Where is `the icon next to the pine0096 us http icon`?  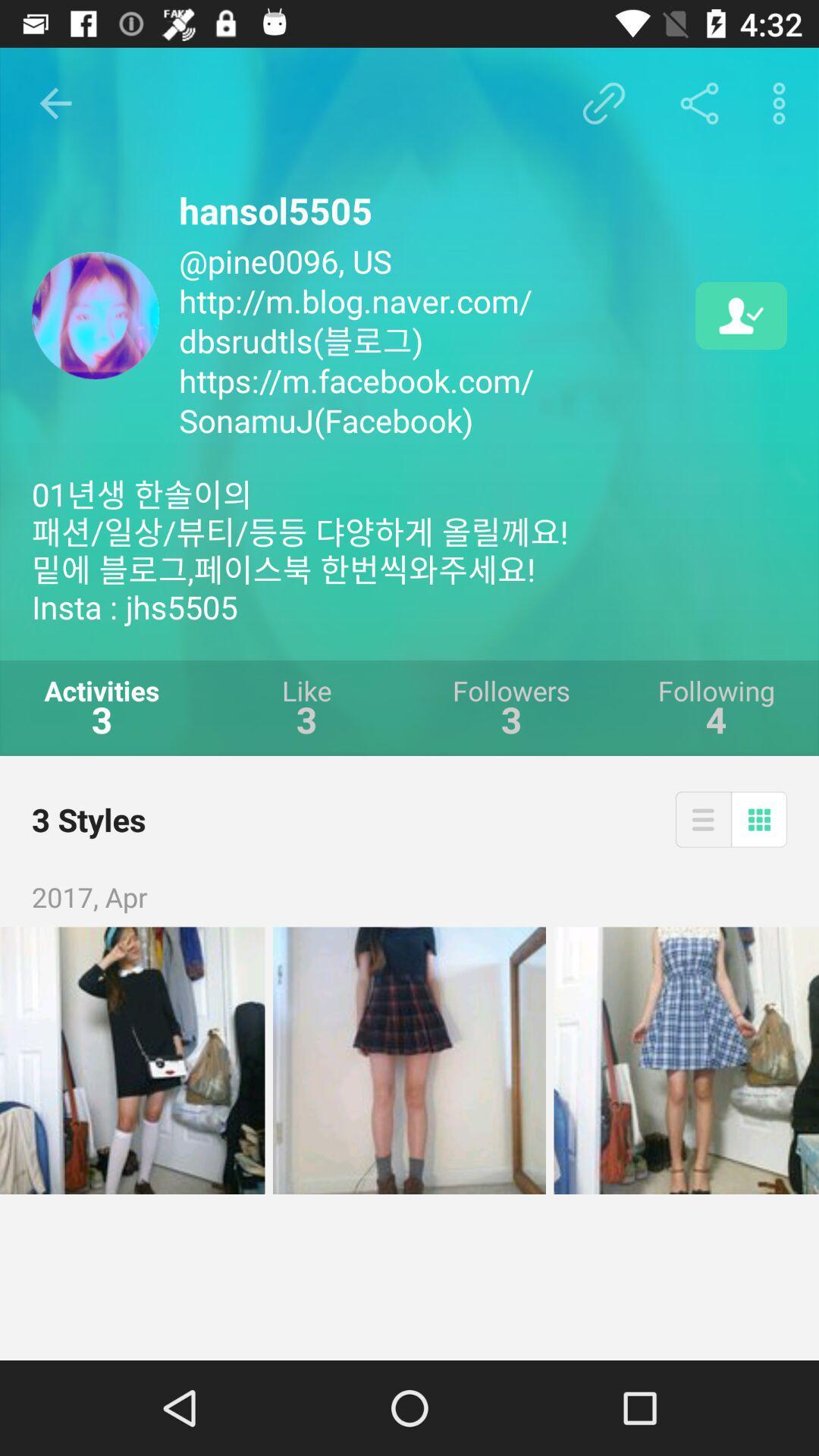 the icon next to the pine0096 us http icon is located at coordinates (740, 315).